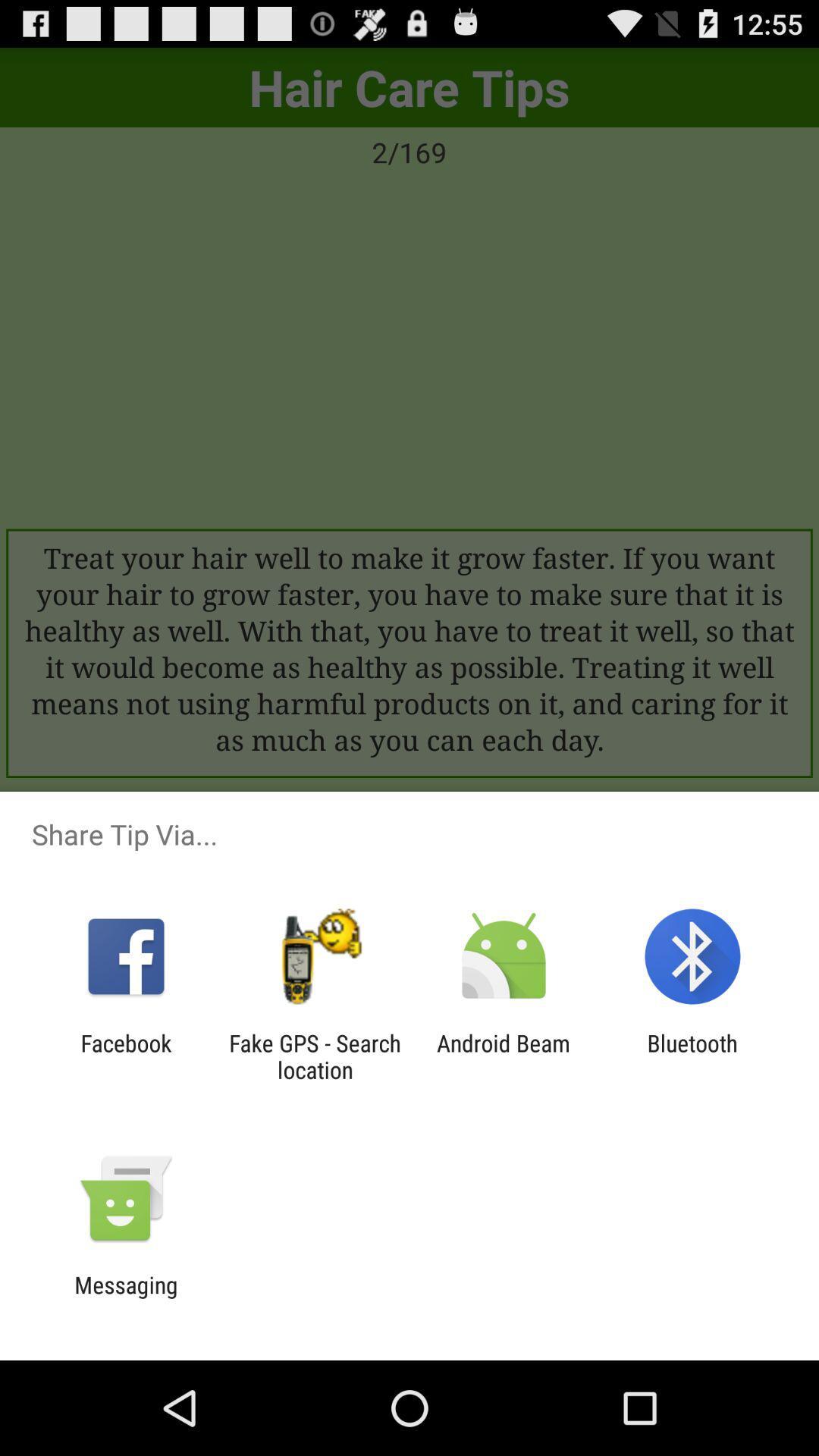 The width and height of the screenshot is (819, 1456). I want to click on the item next to the fake gps search item, so click(504, 1056).